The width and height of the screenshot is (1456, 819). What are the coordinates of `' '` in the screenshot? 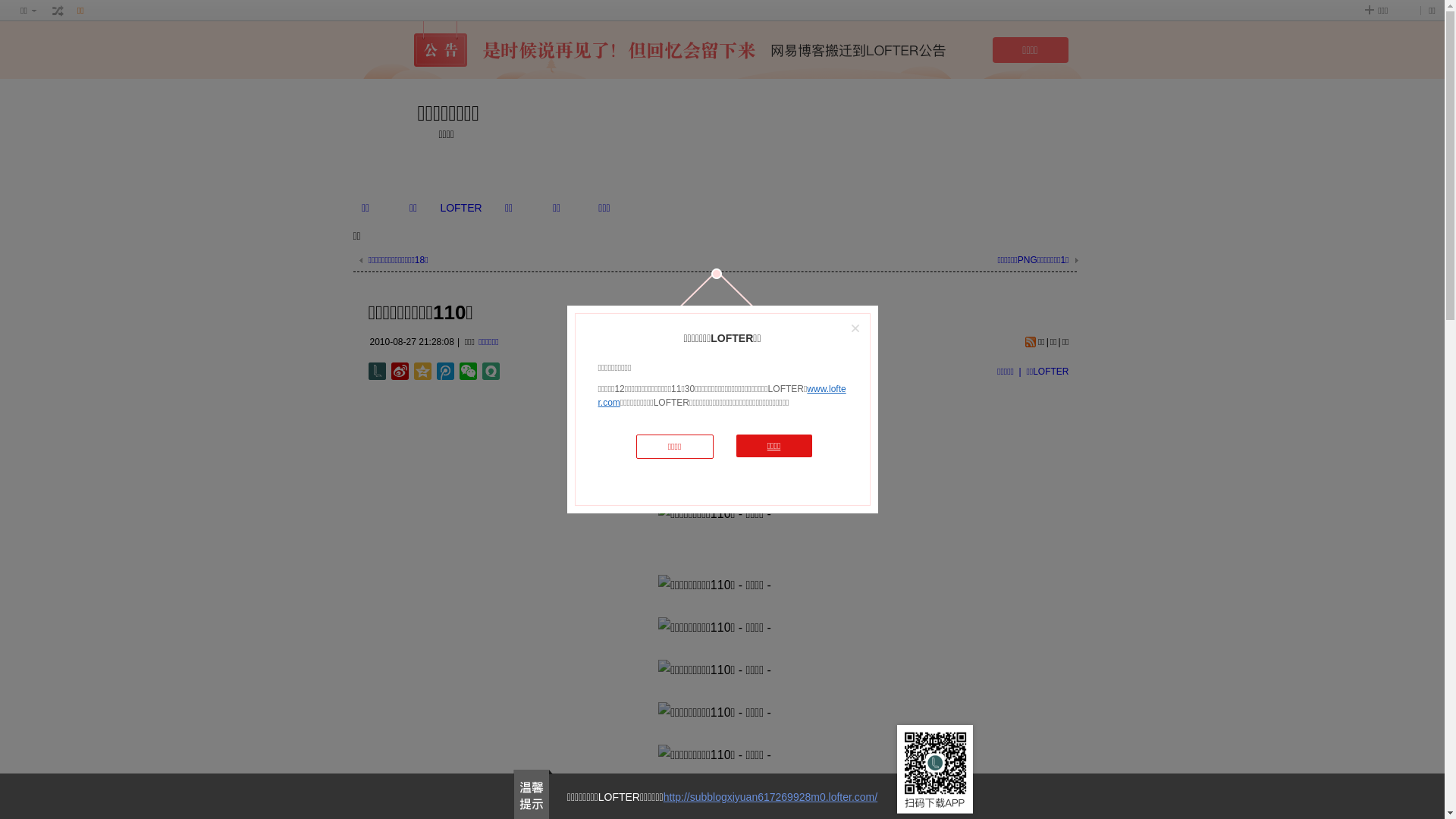 It's located at (58, 11).